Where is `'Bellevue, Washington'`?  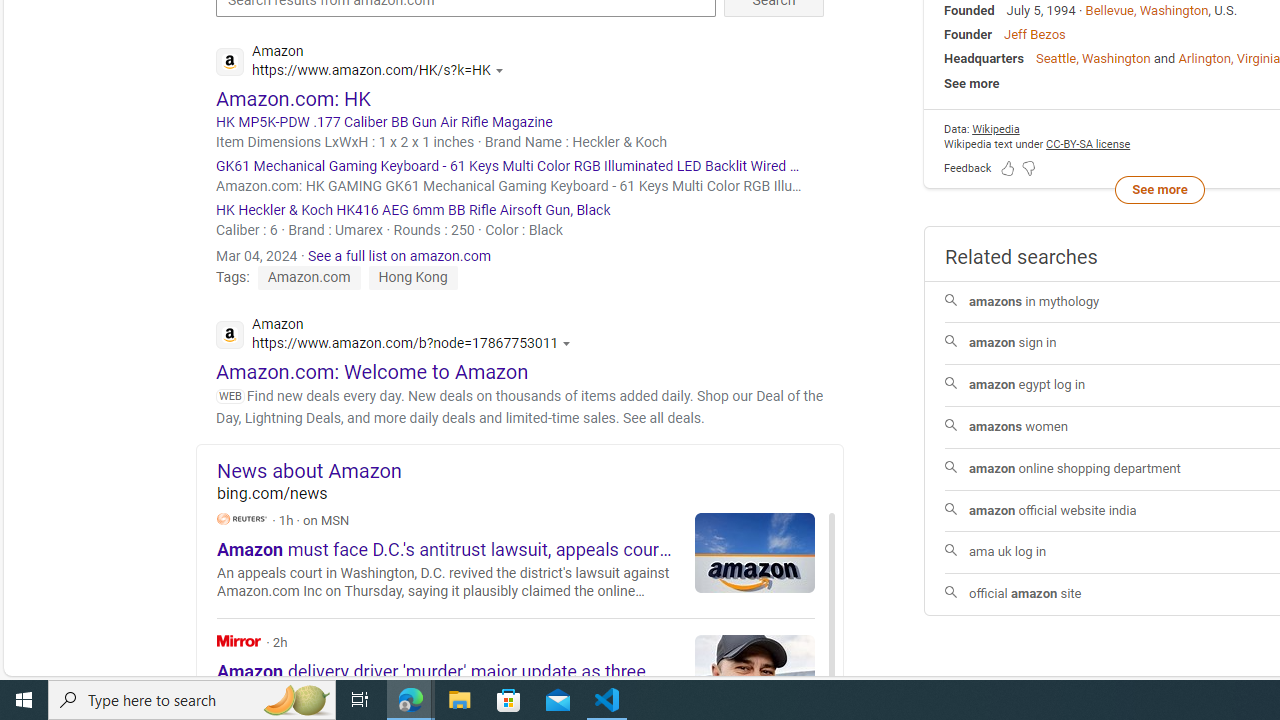 'Bellevue, Washington' is located at coordinates (1147, 10).